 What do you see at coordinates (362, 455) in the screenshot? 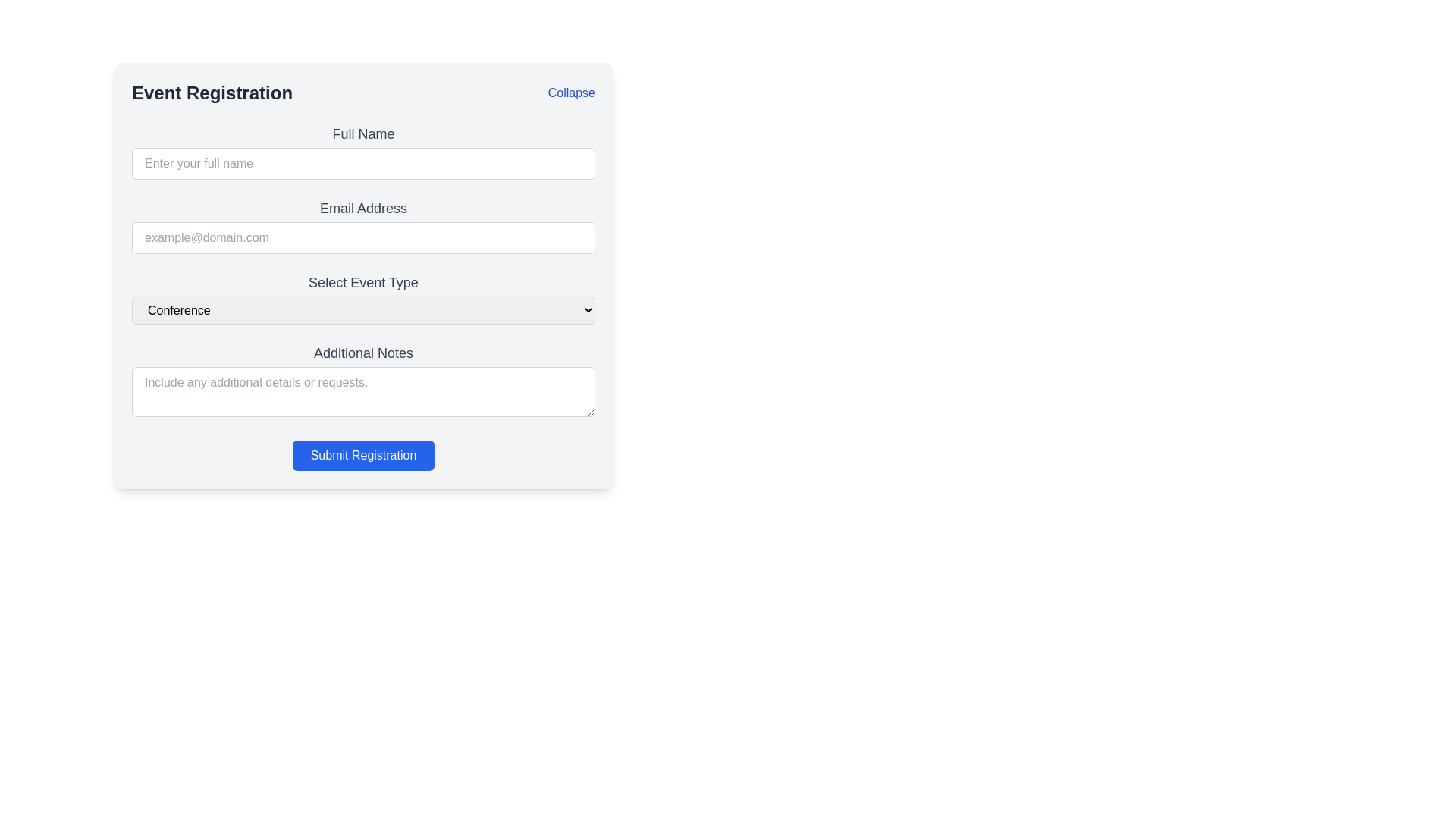
I see `the 'Submit Registration' button, which is a rectangular button with rounded corners, blue background, and white text, located at the bottom of the registration form` at bounding box center [362, 455].